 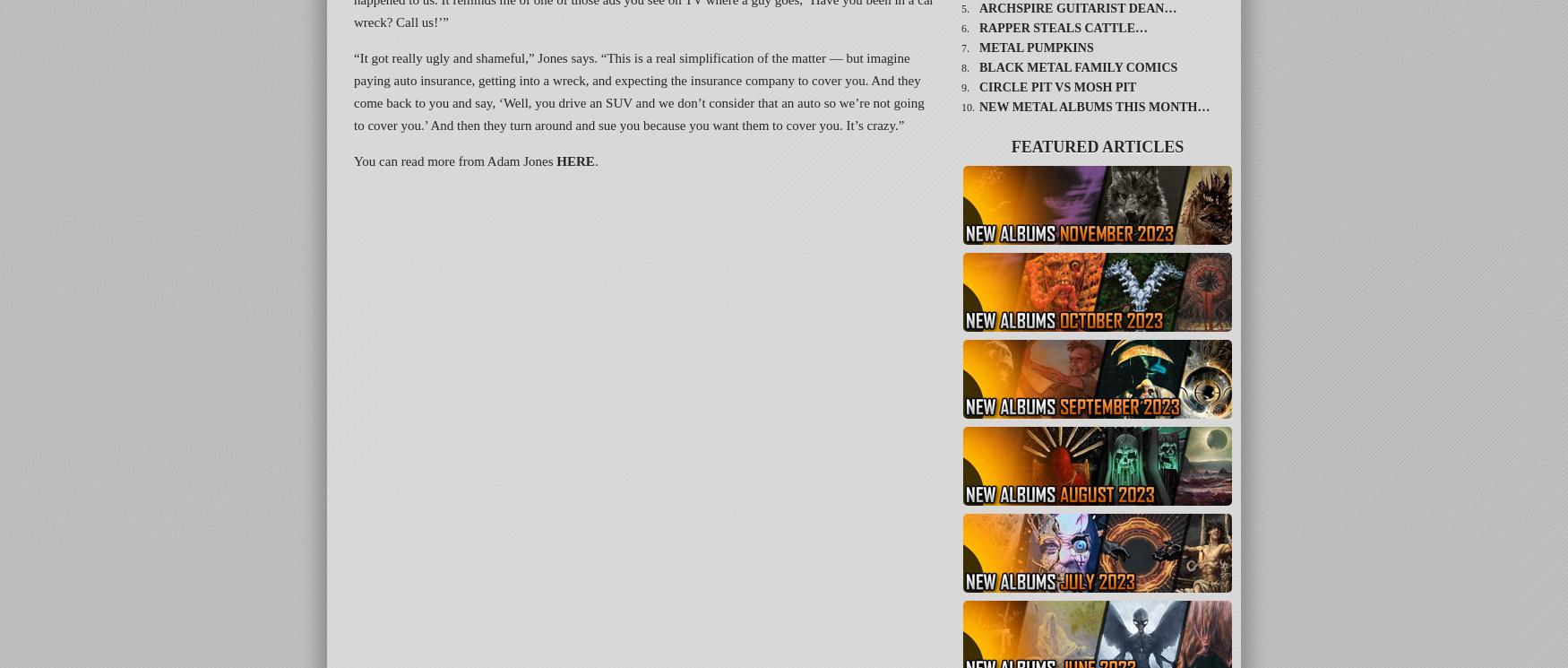 I want to click on 'CIRCLE PIT vs MOSH PIT', so click(x=1056, y=87).